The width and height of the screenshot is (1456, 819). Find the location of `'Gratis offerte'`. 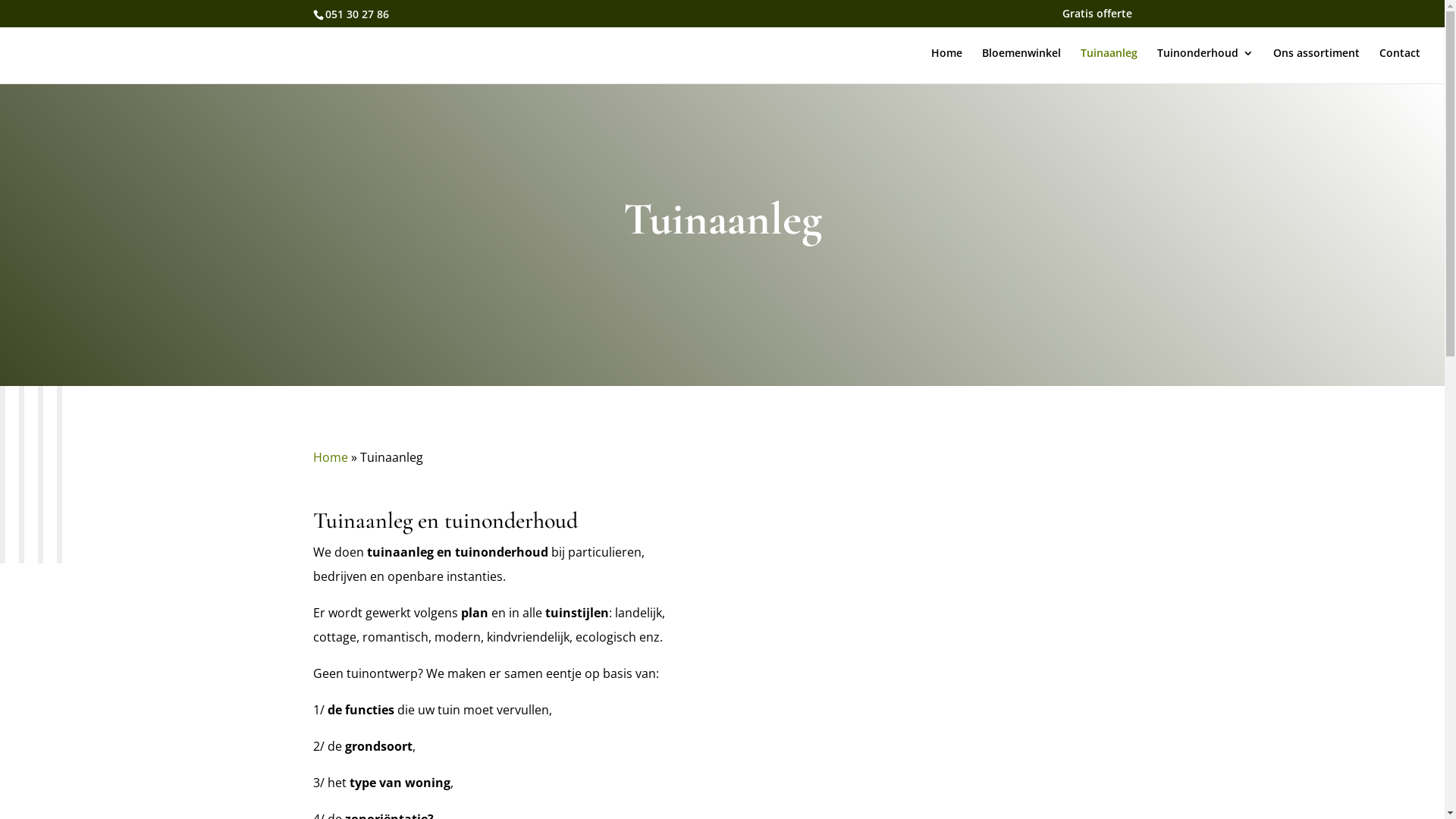

'Gratis offerte' is located at coordinates (1096, 17).